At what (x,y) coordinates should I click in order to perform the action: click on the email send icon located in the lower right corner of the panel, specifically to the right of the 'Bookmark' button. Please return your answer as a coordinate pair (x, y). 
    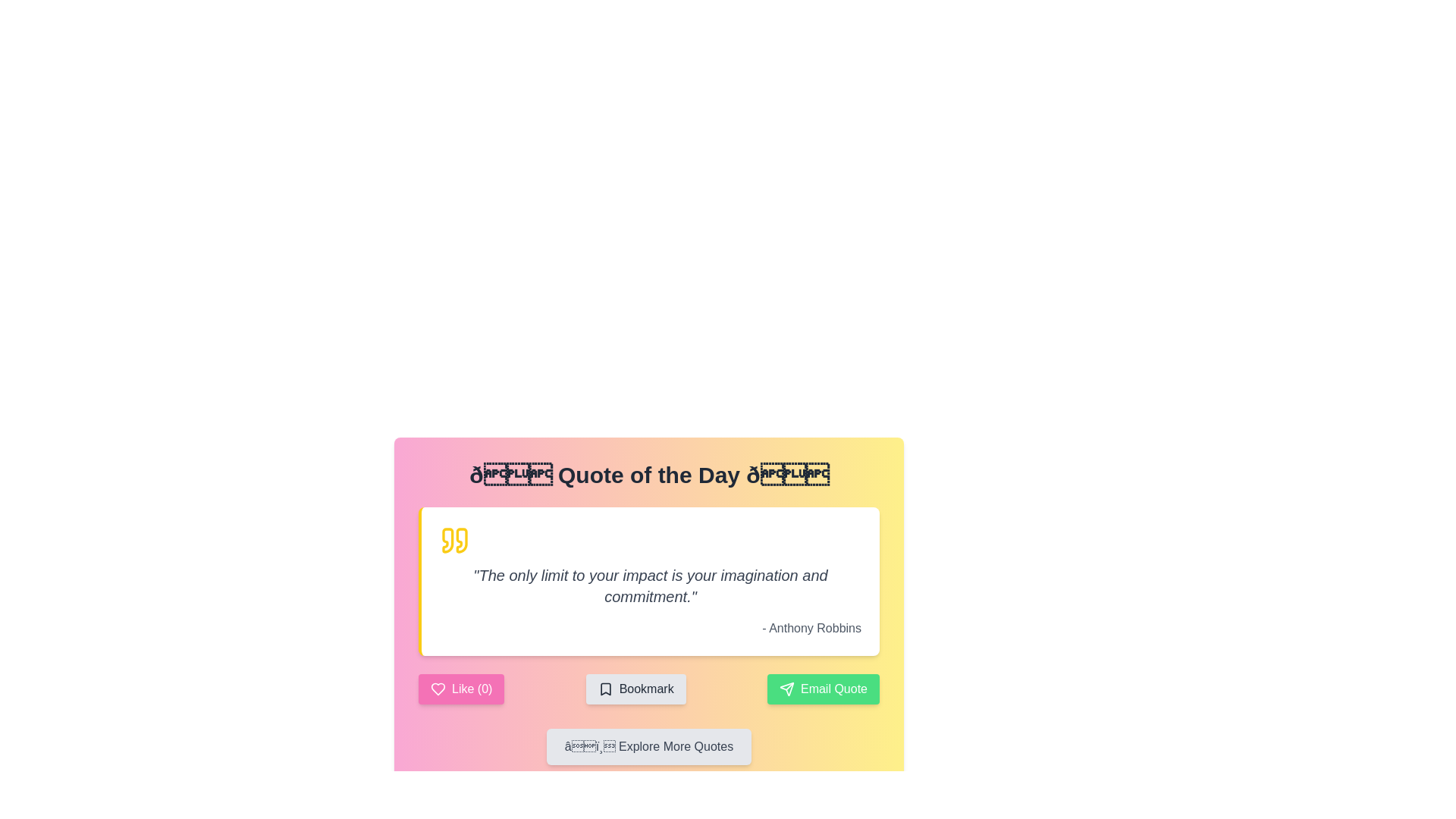
    Looking at the image, I should click on (786, 689).